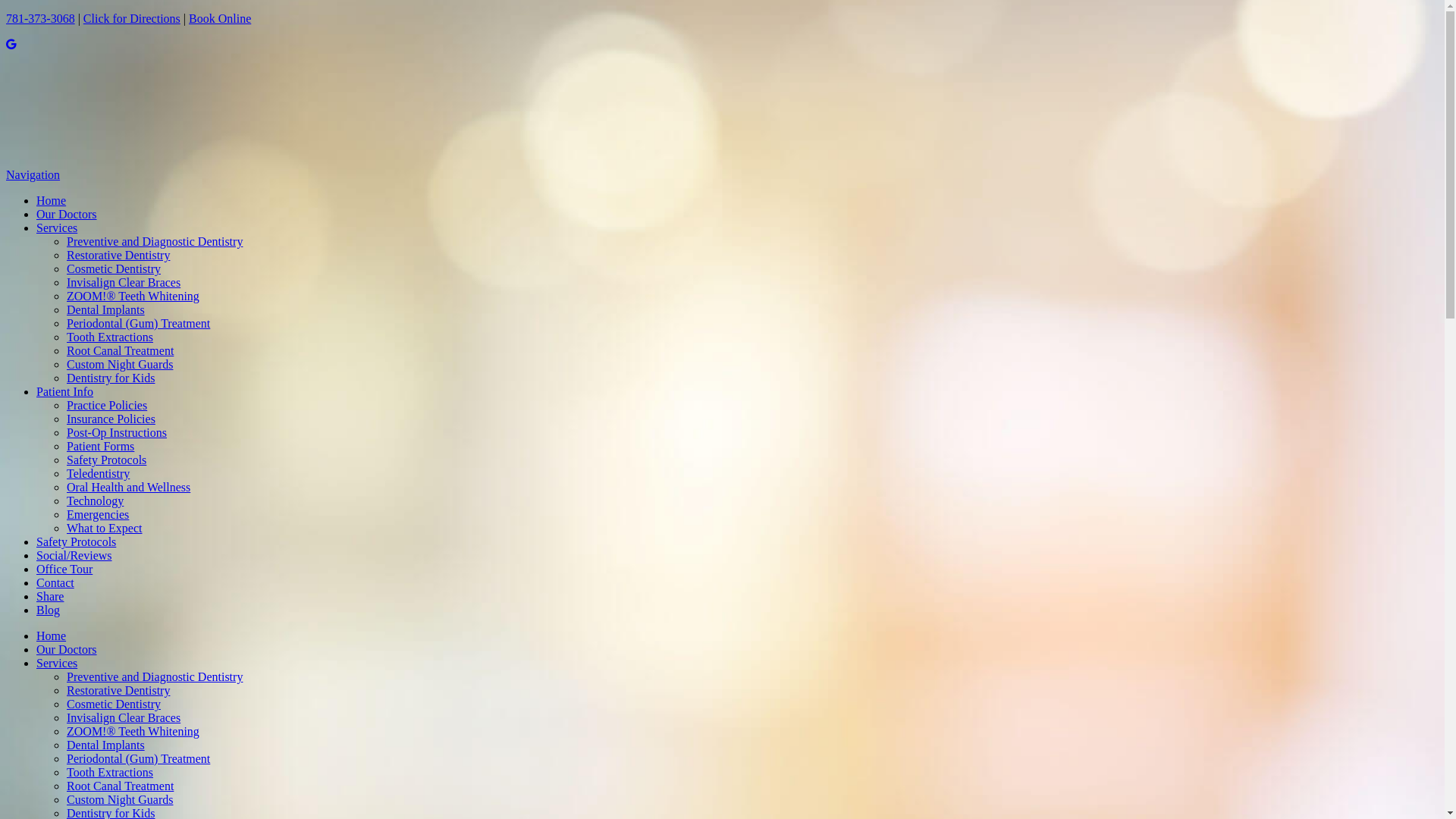 The height and width of the screenshot is (819, 1456). Describe the element at coordinates (97, 513) in the screenshot. I see `'Emergencies'` at that location.